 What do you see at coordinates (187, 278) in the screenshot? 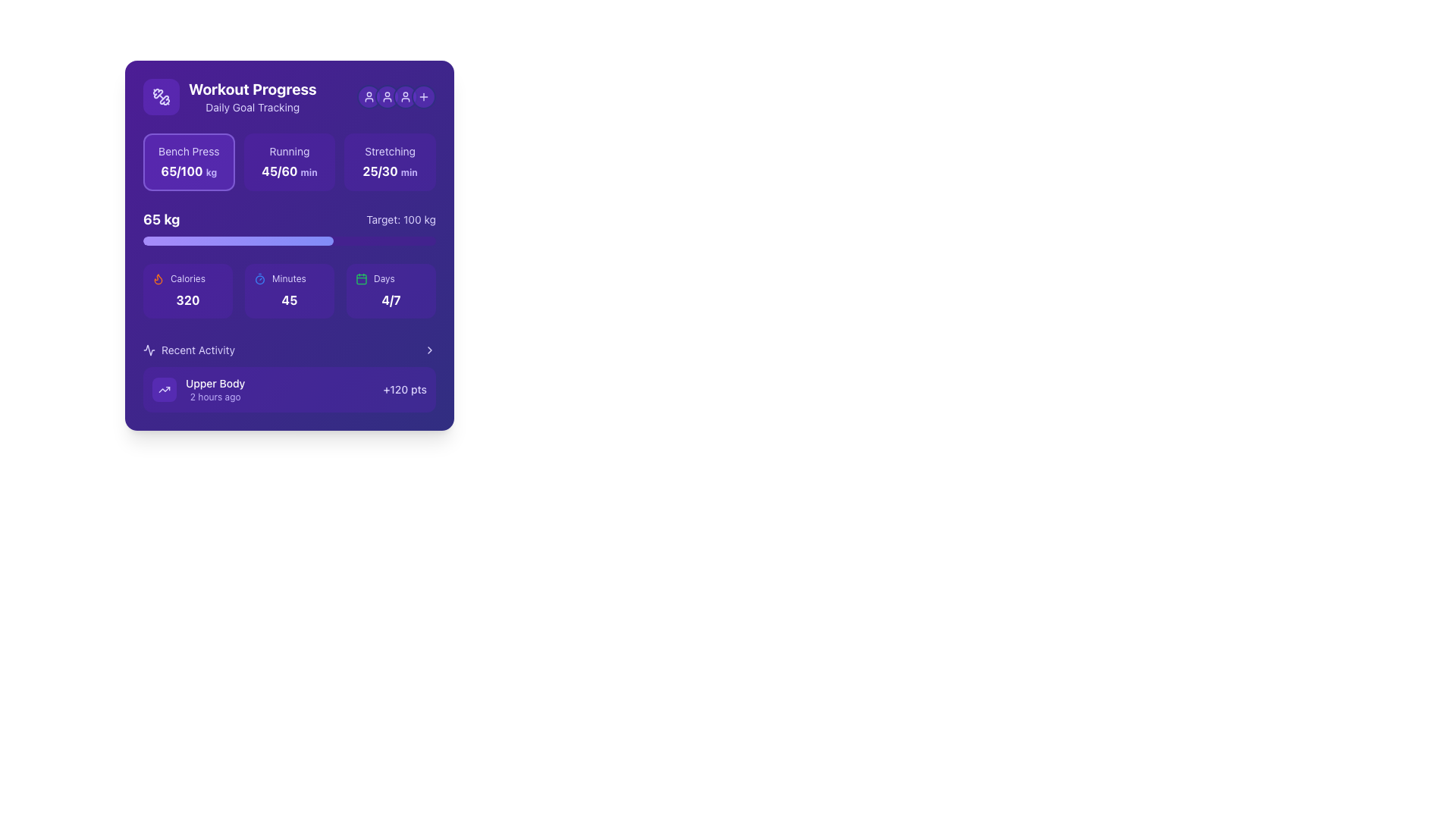
I see `the static label text that describes the calories burned, located above the numeric value 320 and next to an orange flame icon` at bounding box center [187, 278].